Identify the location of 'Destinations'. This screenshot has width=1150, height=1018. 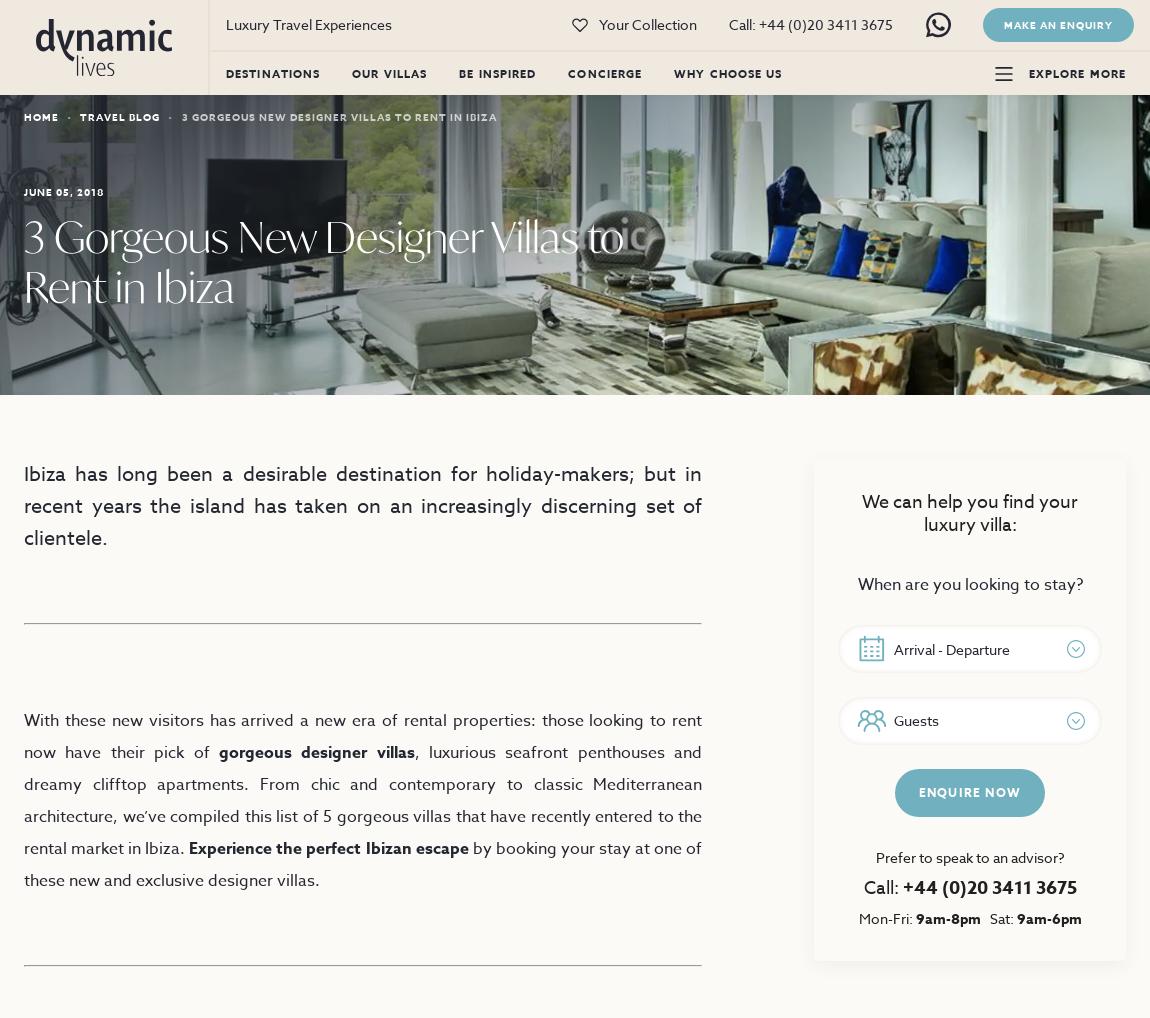
(272, 73).